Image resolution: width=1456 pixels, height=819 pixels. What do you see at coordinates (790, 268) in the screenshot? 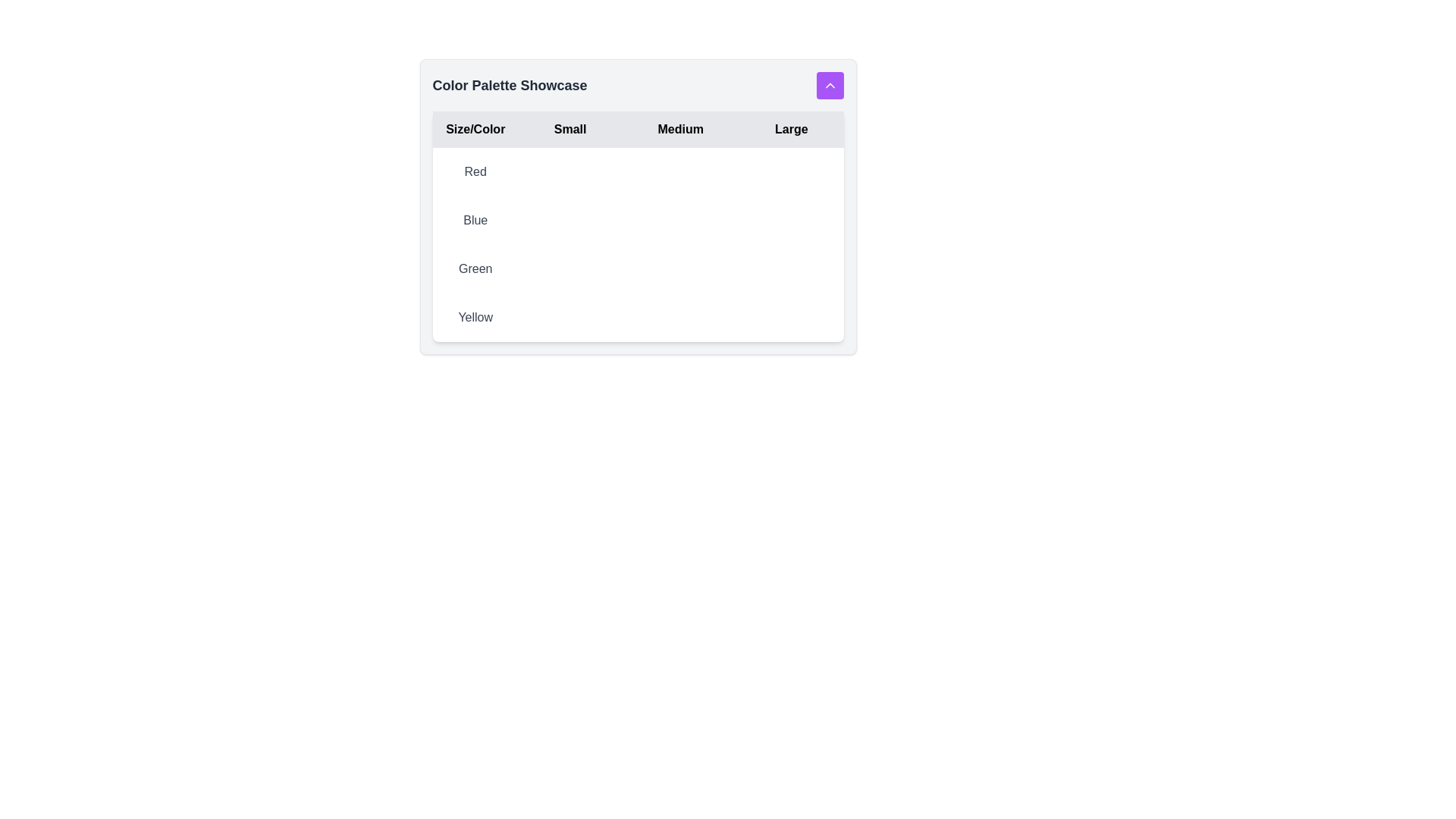
I see `the button-like component with a rounded full shape and a green background displaying 'Code Large', located in the 'Large' column next to the 'Green' row` at bounding box center [790, 268].